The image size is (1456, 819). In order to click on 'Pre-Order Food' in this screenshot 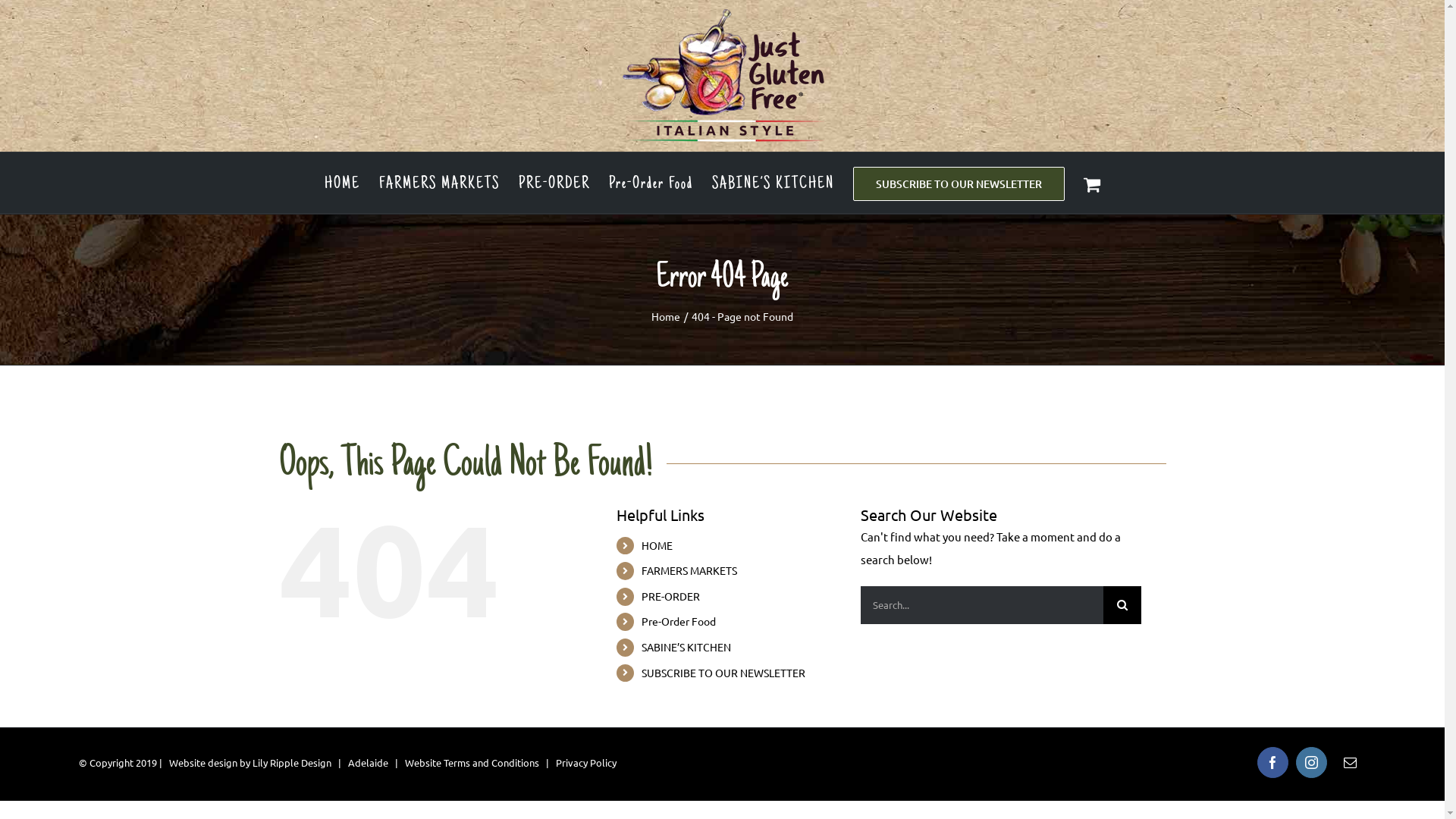, I will do `click(677, 620)`.